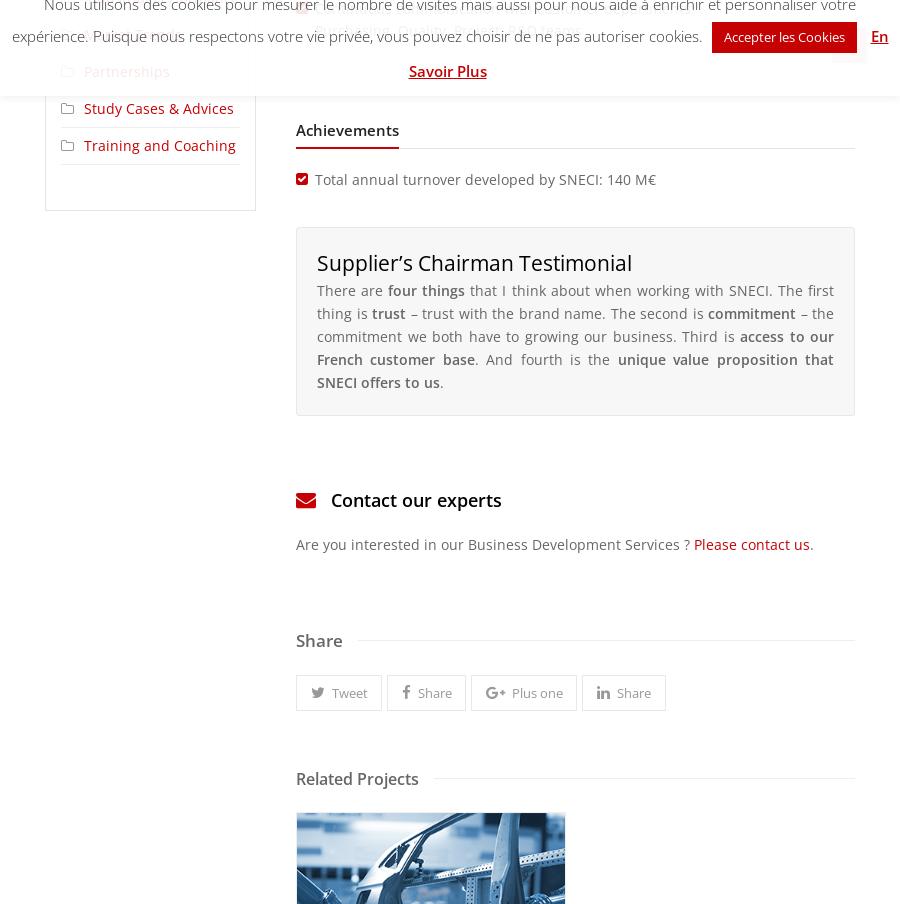 The height and width of the screenshot is (904, 900). Describe the element at coordinates (544, 358) in the screenshot. I see `'. And fourth is the'` at that location.